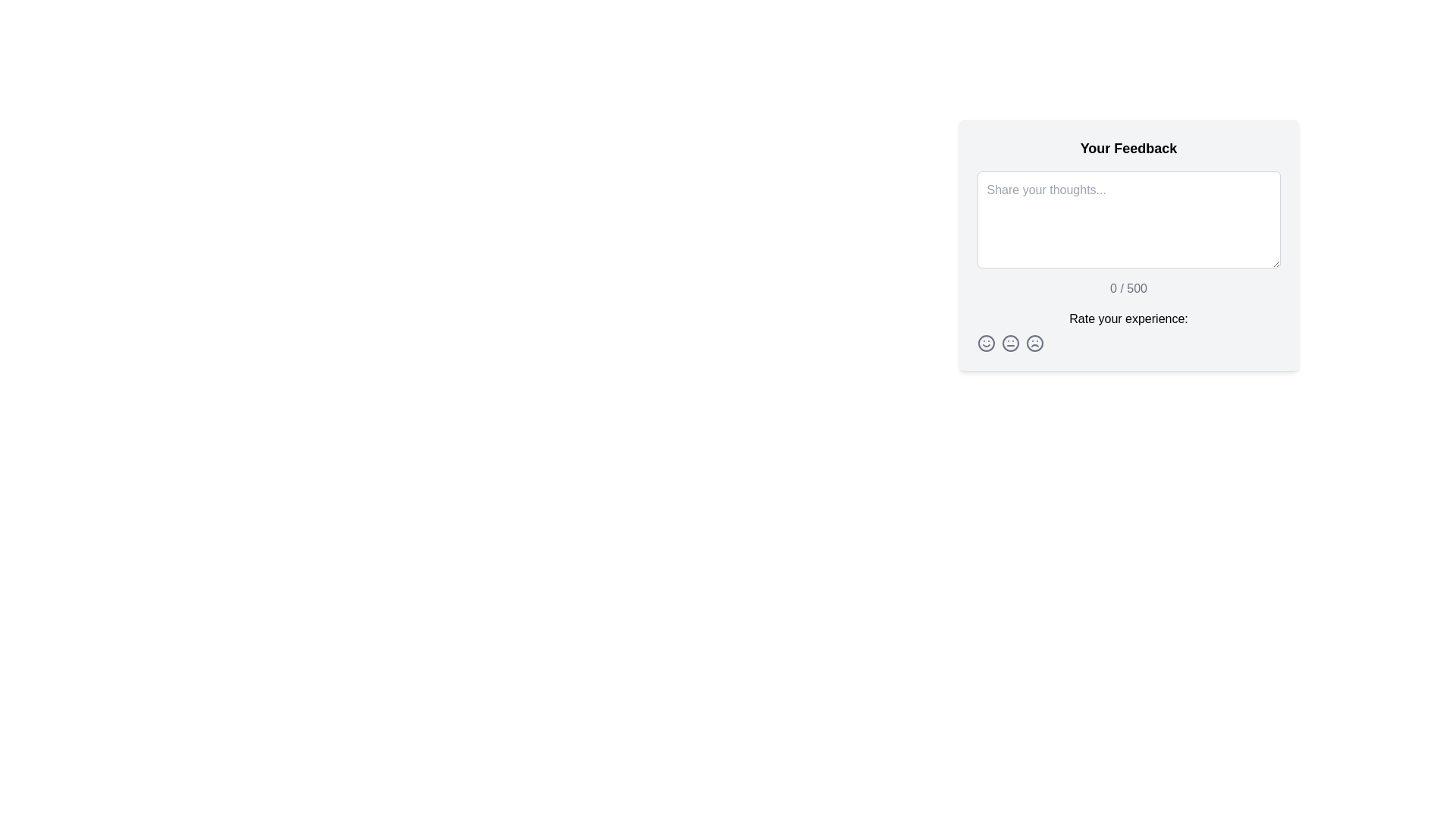 The height and width of the screenshot is (819, 1456). Describe the element at coordinates (1010, 343) in the screenshot. I see `the SVG circle element that represents a 'neutral' or 'meh' sentiment in the user feedback interface` at that location.